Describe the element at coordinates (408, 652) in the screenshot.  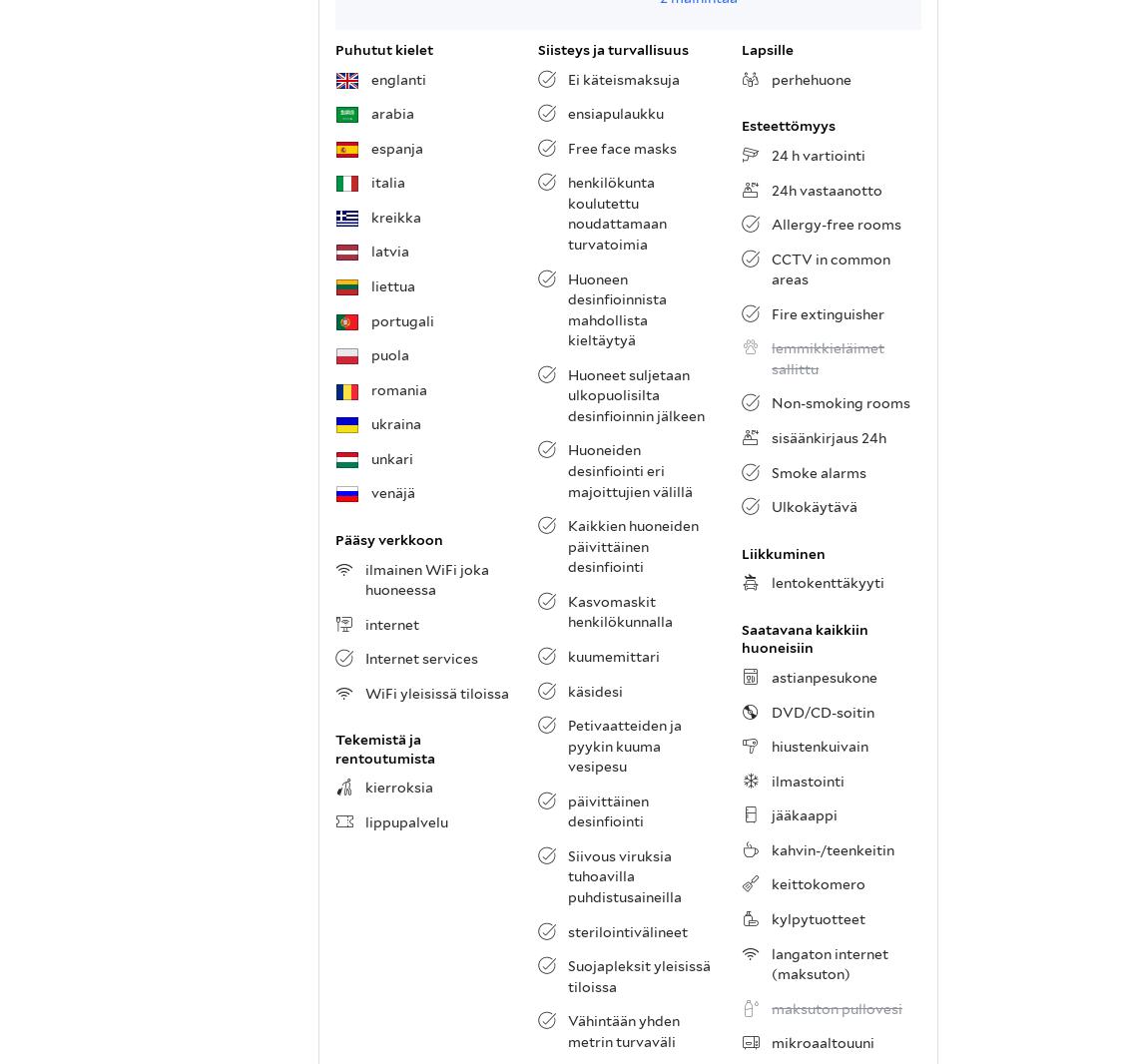
I see `'Miksi majoittua tänne'` at that location.